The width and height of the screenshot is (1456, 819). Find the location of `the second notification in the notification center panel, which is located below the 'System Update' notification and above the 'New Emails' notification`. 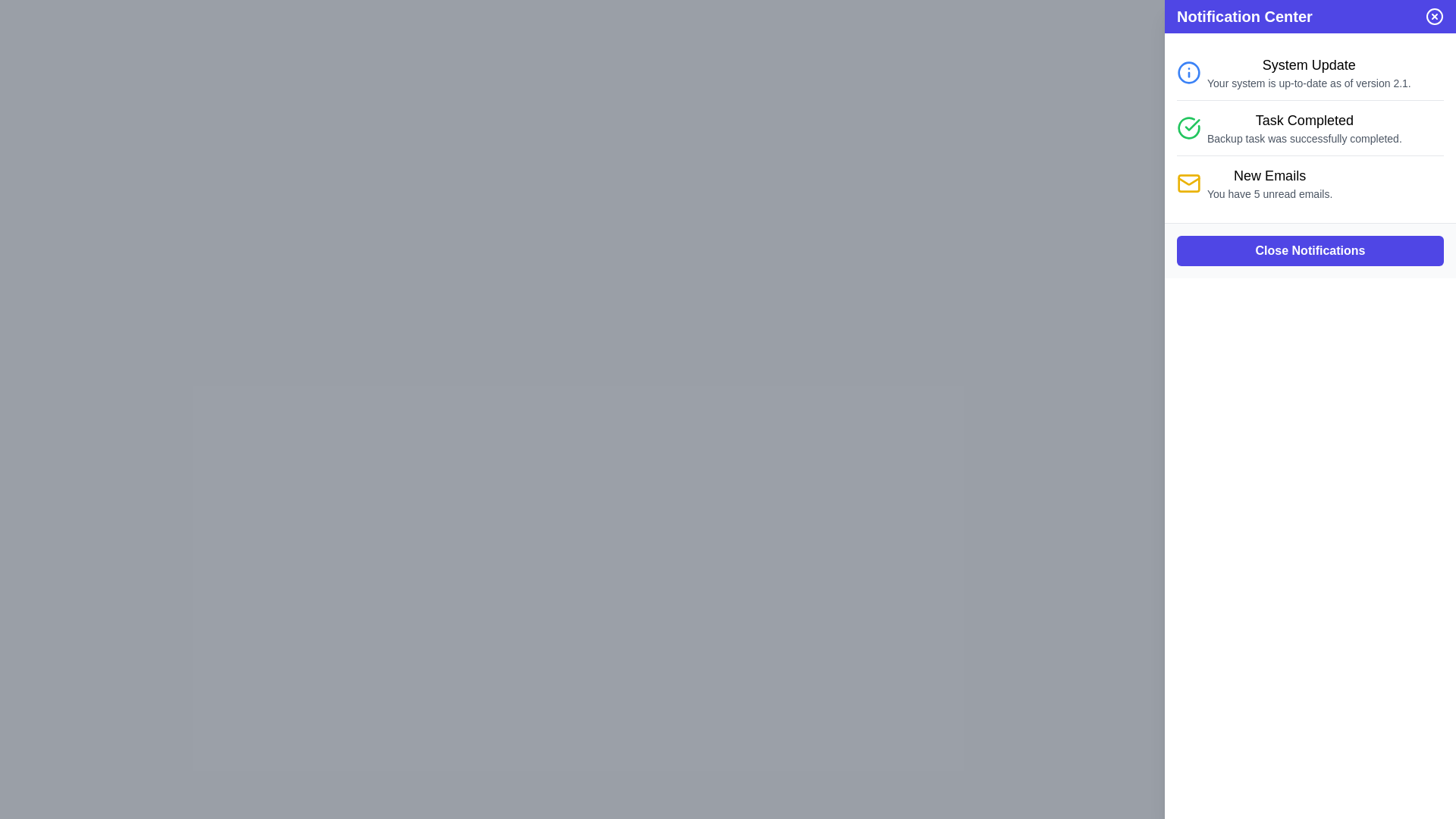

the second notification in the notification center panel, which is located below the 'System Update' notification and above the 'New Emails' notification is located at coordinates (1310, 127).